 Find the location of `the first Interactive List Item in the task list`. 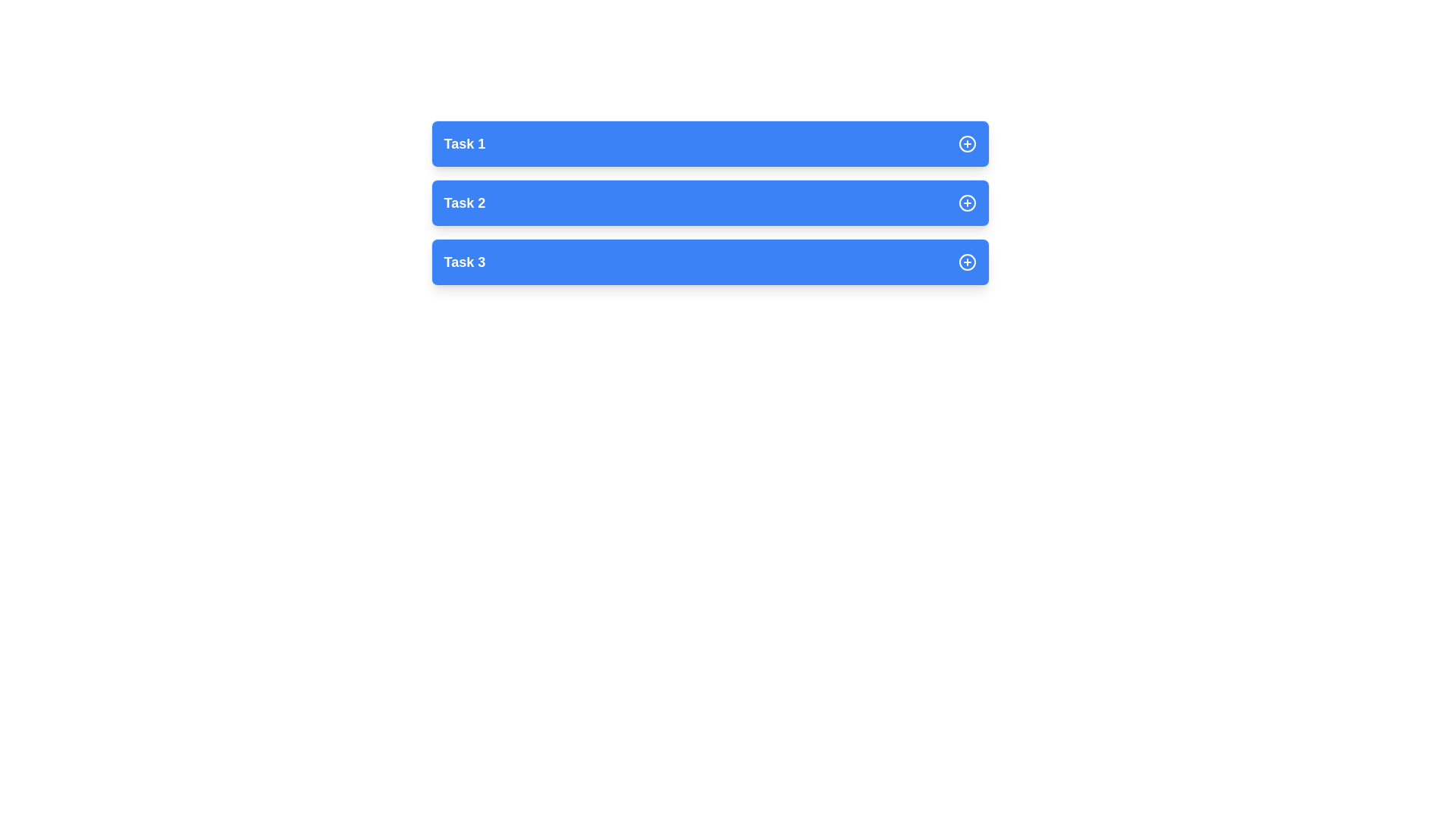

the first Interactive List Item in the task list is located at coordinates (709, 143).